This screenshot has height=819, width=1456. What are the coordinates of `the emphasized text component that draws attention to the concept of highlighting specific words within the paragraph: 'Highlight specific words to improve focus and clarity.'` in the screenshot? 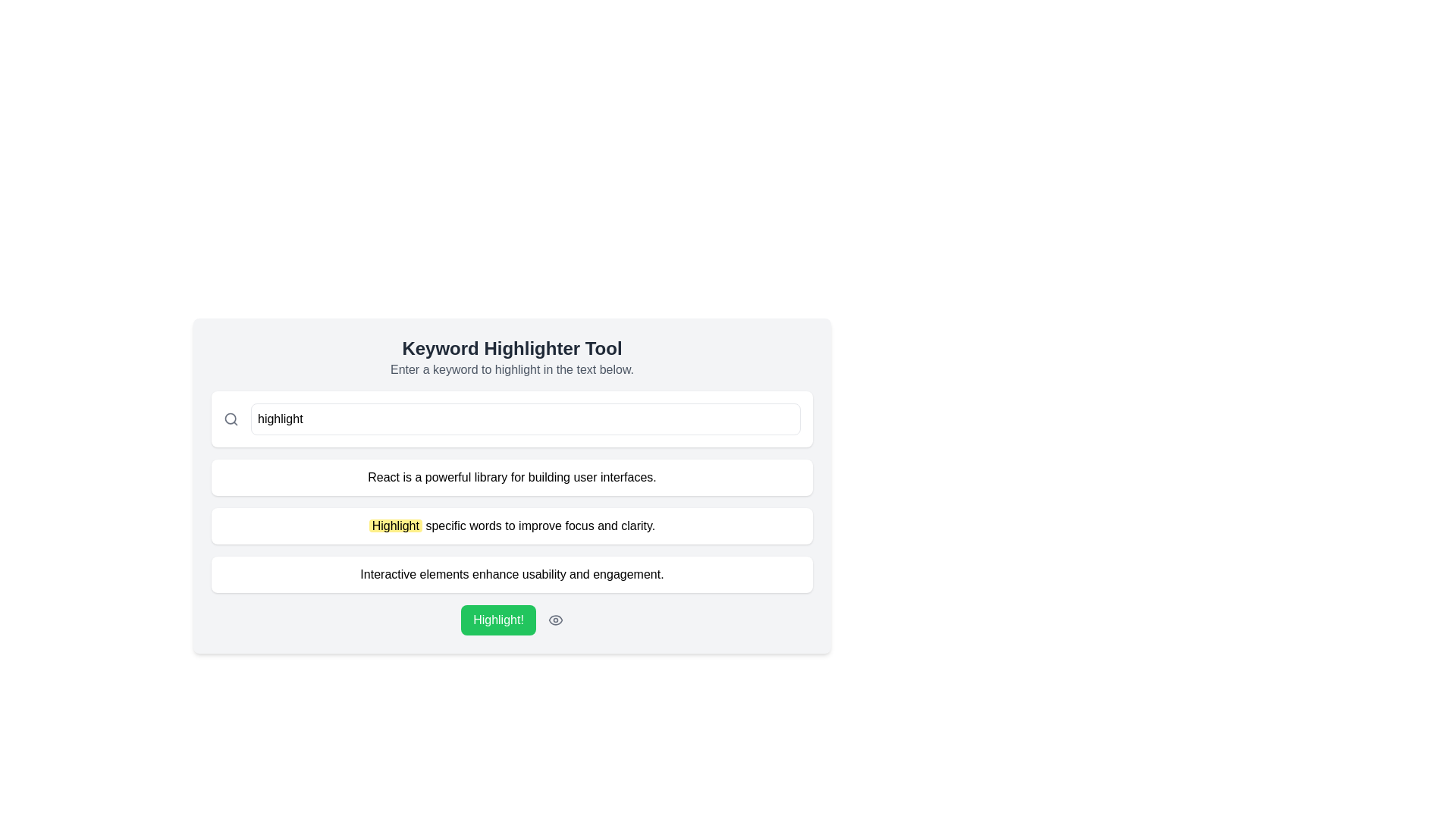 It's located at (395, 525).